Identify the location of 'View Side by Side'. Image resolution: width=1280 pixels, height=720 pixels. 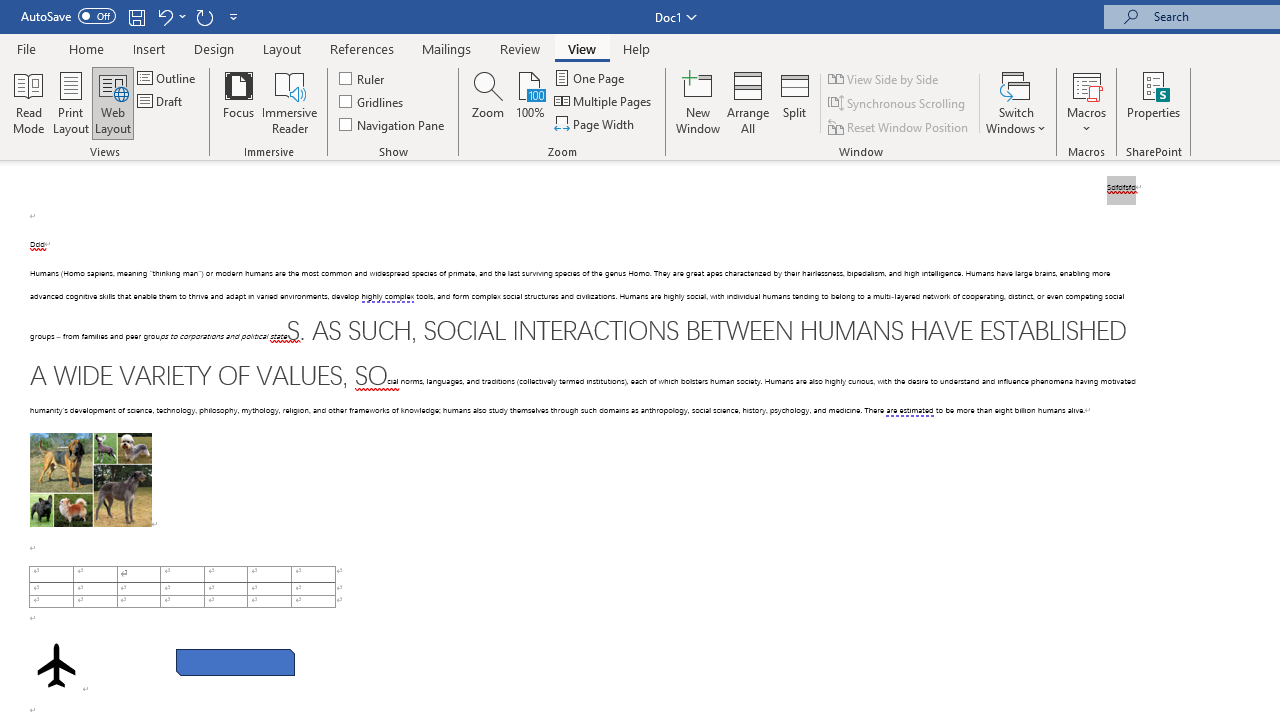
(884, 78).